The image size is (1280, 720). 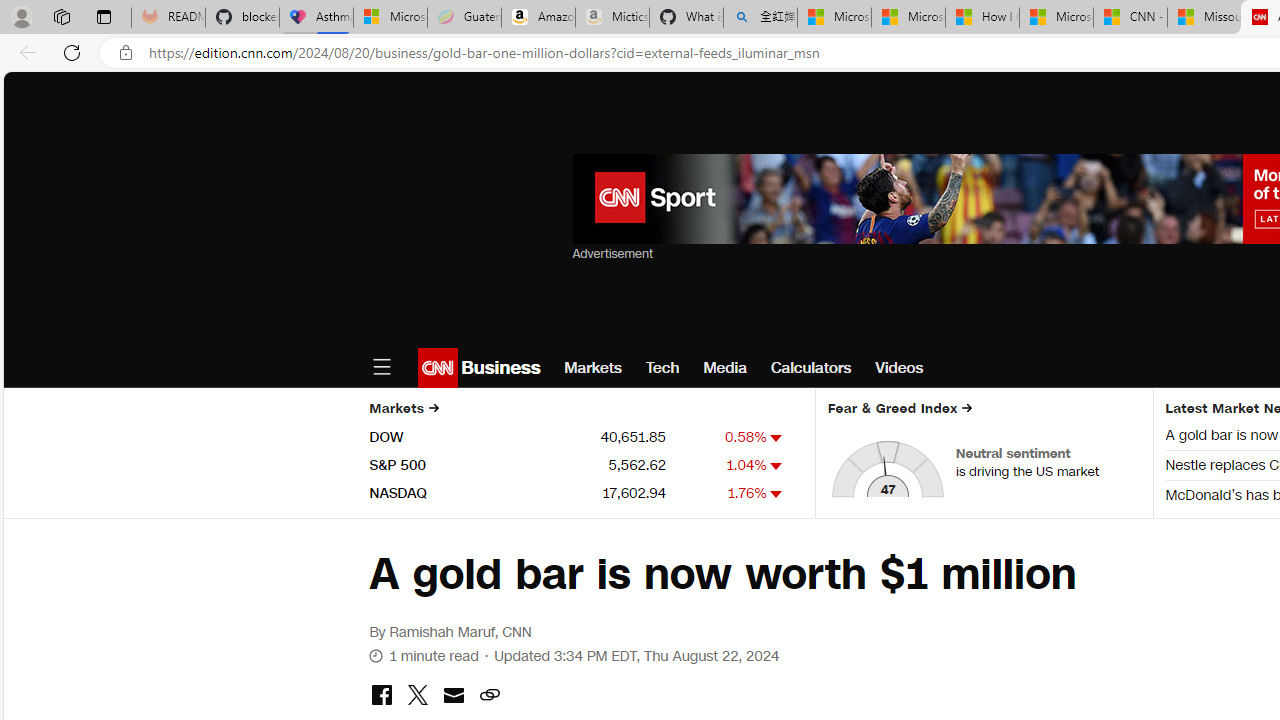 What do you see at coordinates (381, 367) in the screenshot?
I see `'Open Menu Icon'` at bounding box center [381, 367].